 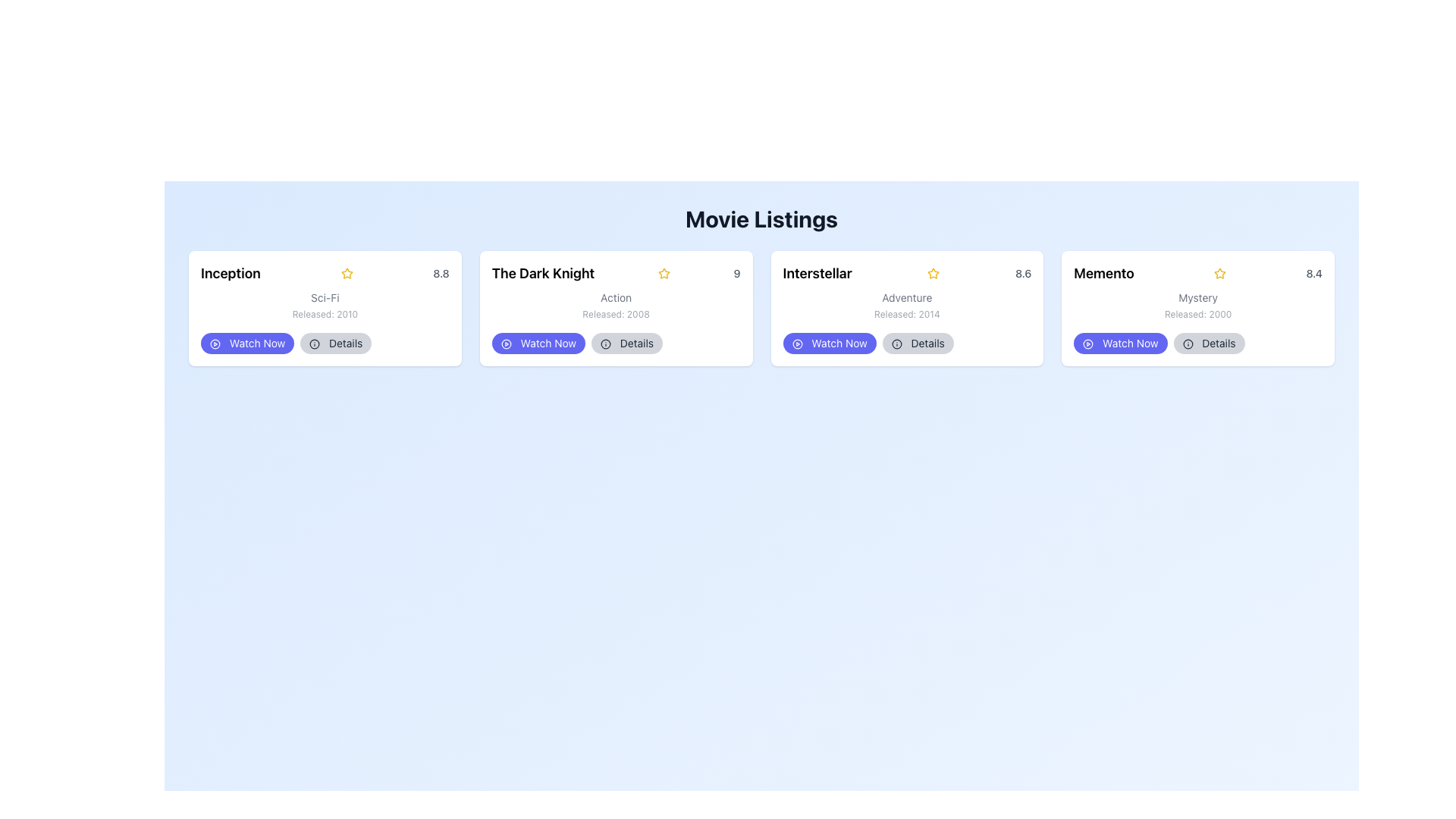 What do you see at coordinates (1208, 343) in the screenshot?
I see `the 'Details' button, which is the second button in the card for the movie 'Memento', located to the right of the 'Watch Now' button, featuring a gray background and dark gray text` at bounding box center [1208, 343].